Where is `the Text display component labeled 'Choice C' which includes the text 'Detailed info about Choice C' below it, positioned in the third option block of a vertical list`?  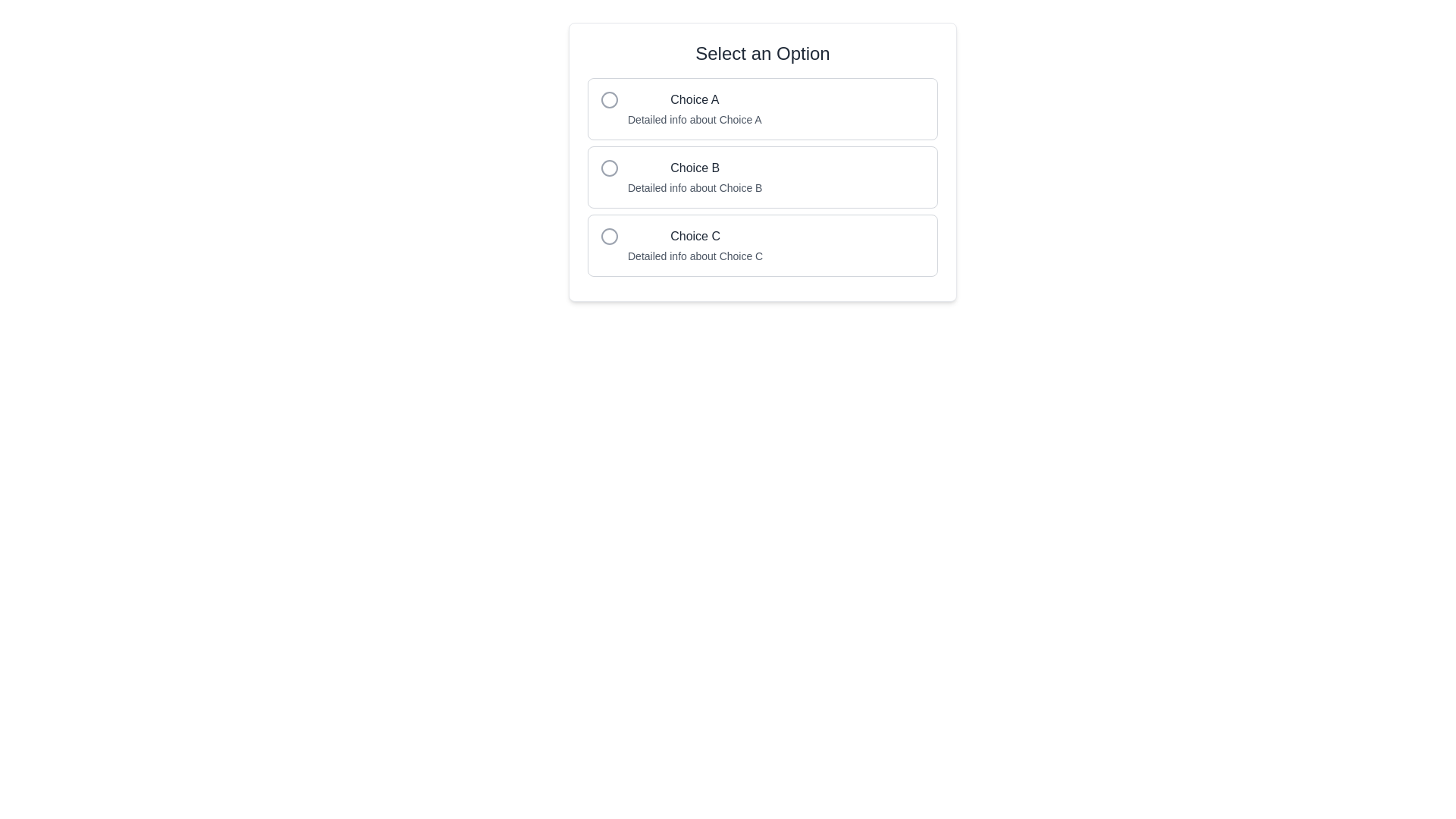
the Text display component labeled 'Choice C' which includes the text 'Detailed info about Choice C' below it, positioned in the third option block of a vertical list is located at coordinates (695, 245).